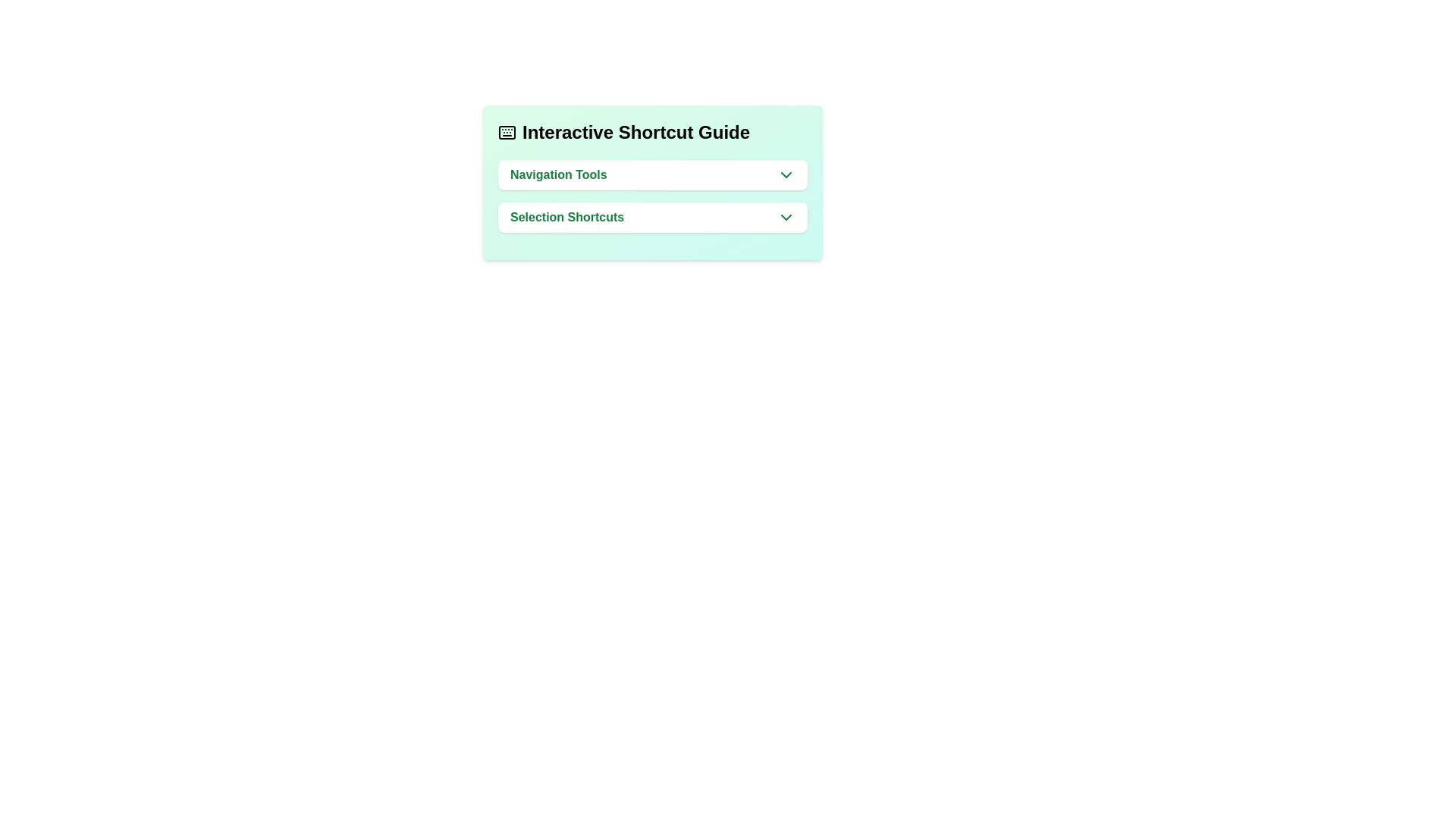 Image resolution: width=1456 pixels, height=819 pixels. I want to click on the icon located to the far right within the 'Selection Shortcuts' list item, so click(786, 217).